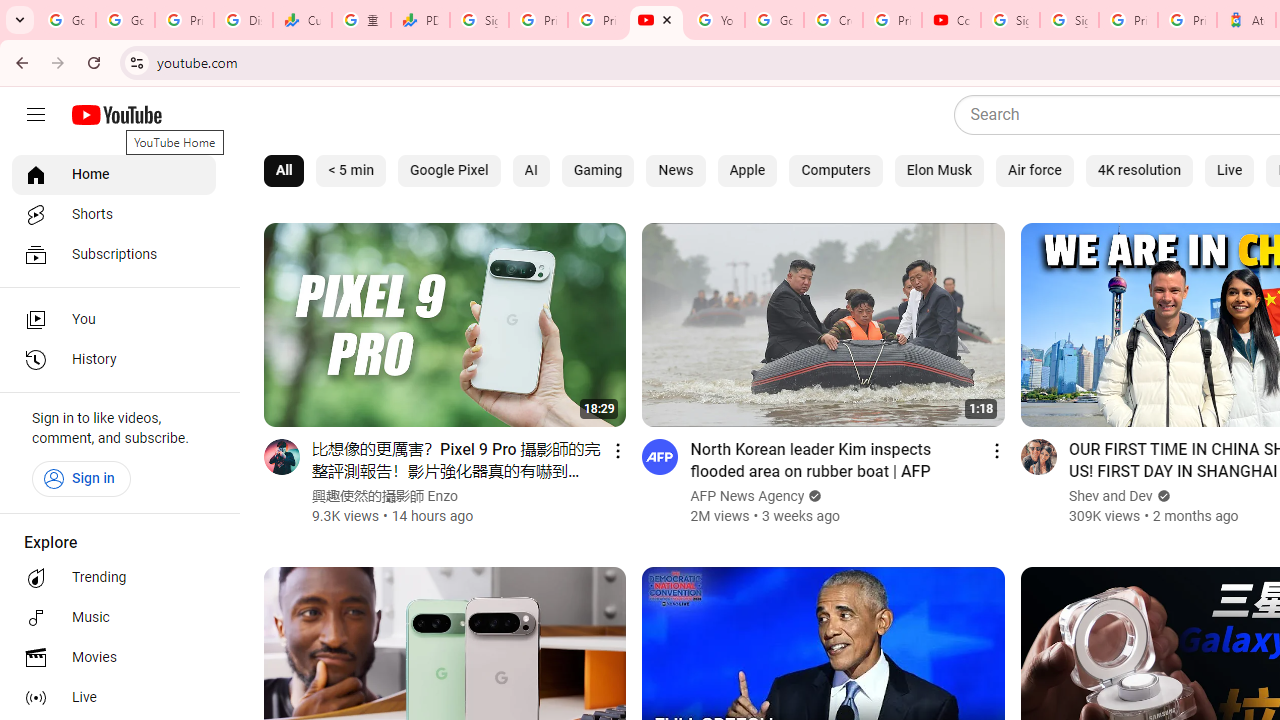 The image size is (1280, 720). Describe the element at coordinates (746, 170) in the screenshot. I see `'Apple'` at that location.